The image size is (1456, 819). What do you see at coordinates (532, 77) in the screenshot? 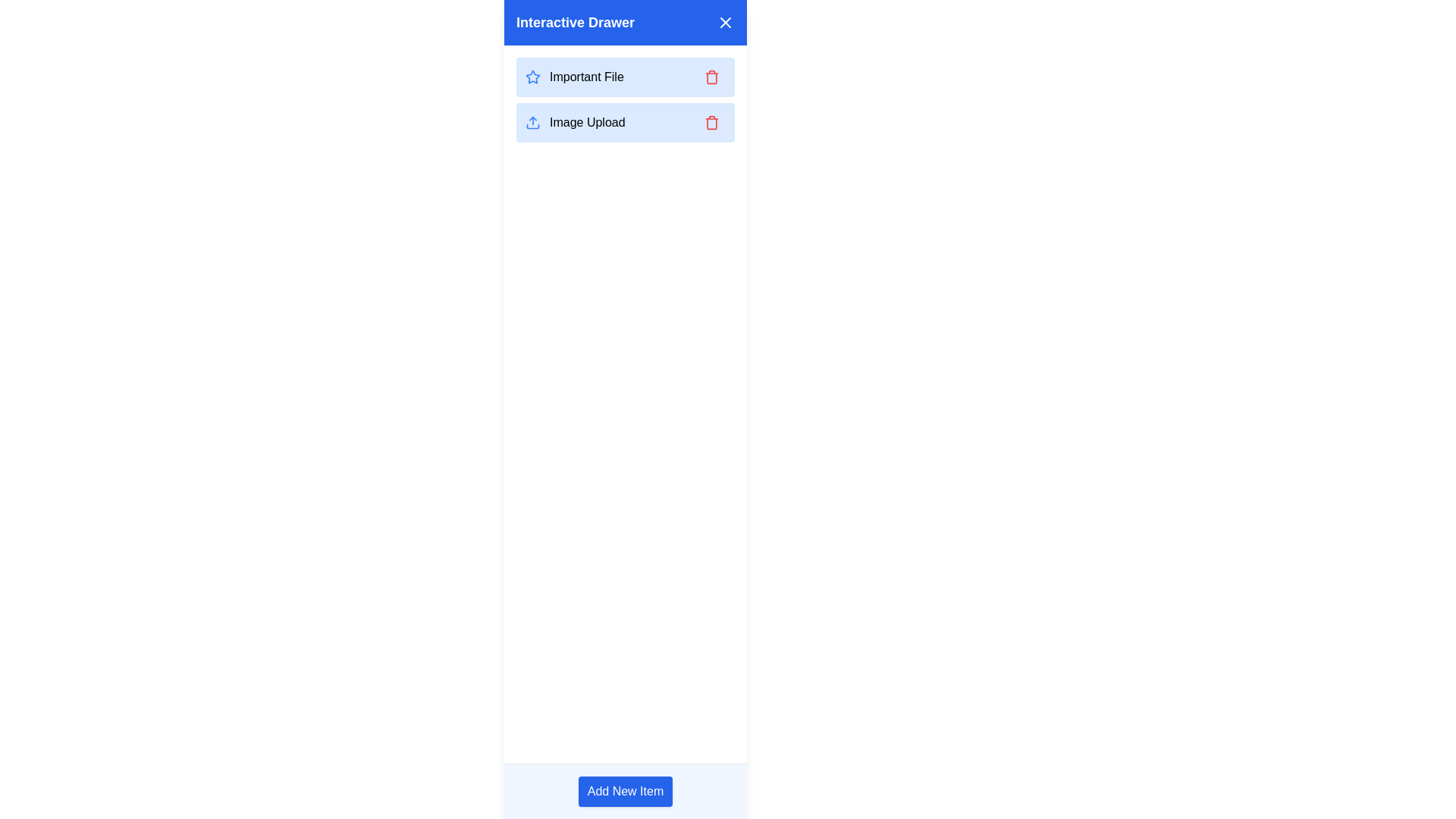
I see `the icon located to the left of the text 'Important File' to toggle its state` at bounding box center [532, 77].